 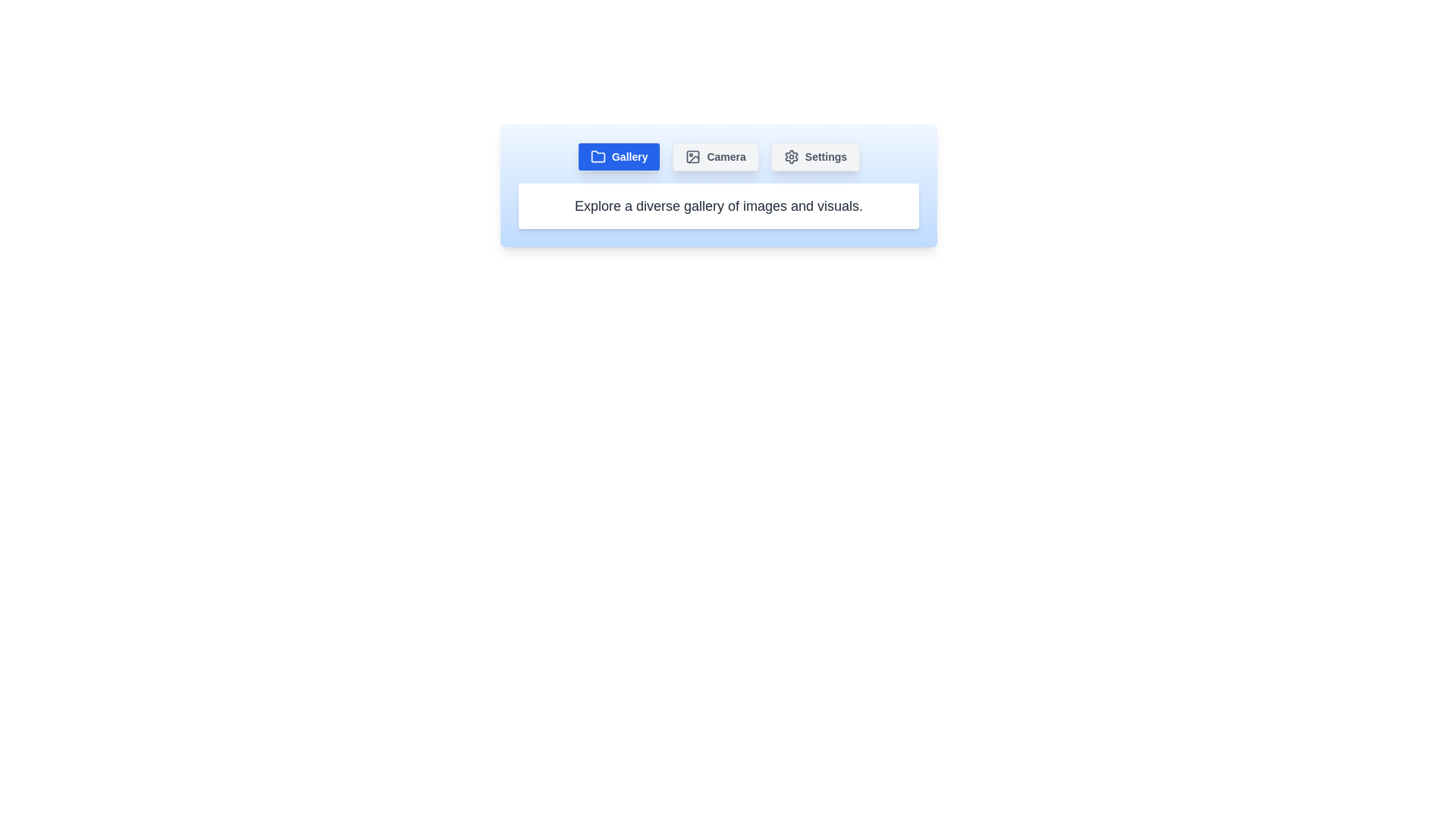 I want to click on the 'Settings' text label, which is styled in bold gray font and positioned inside a button next to a gear icon, so click(x=825, y=157).